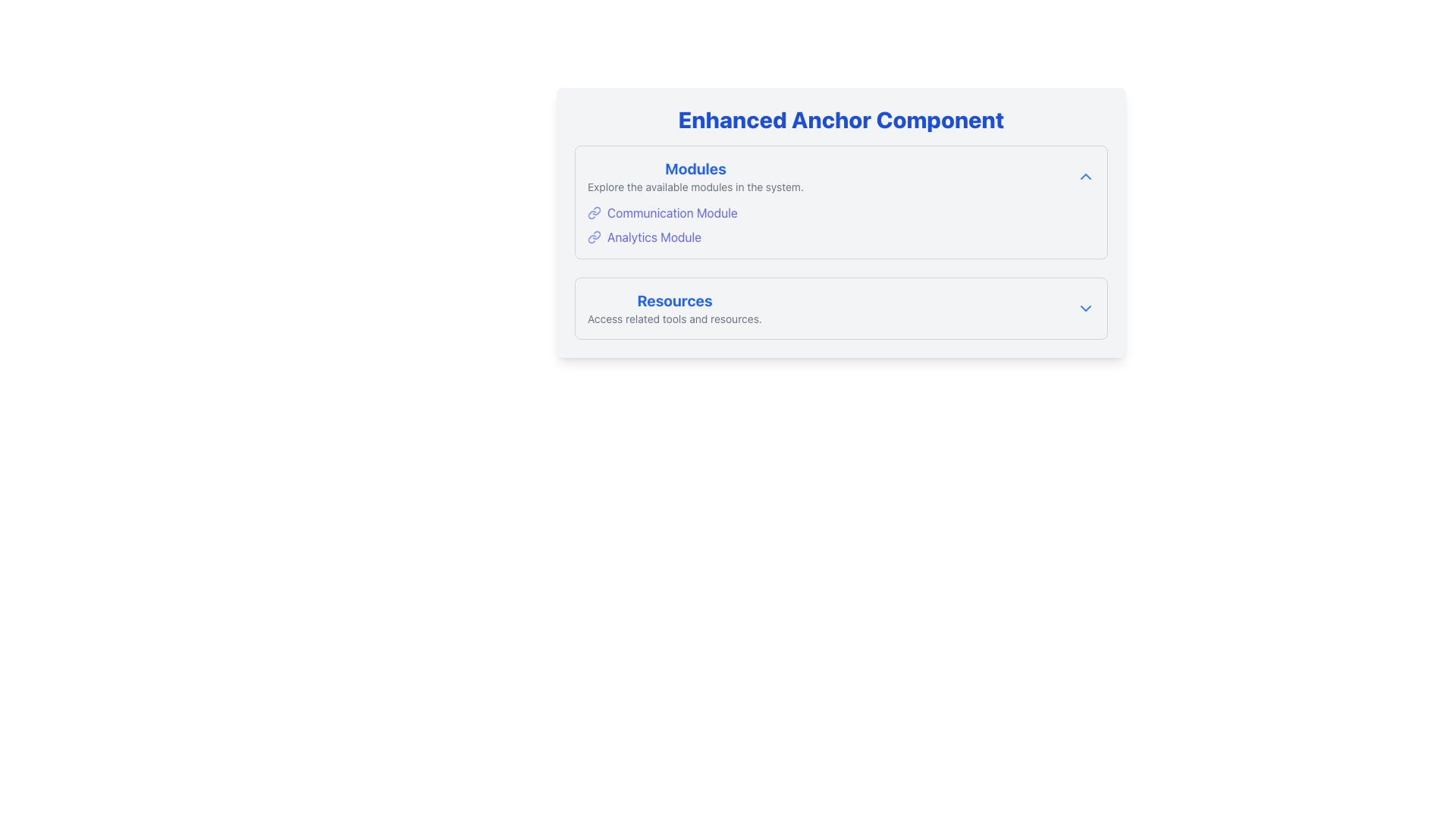  What do you see at coordinates (593, 237) in the screenshot?
I see `the icon resembling two interlocking links, which symbolizes a hyperlink, located to the left of the 'Analytics Module' text` at bounding box center [593, 237].